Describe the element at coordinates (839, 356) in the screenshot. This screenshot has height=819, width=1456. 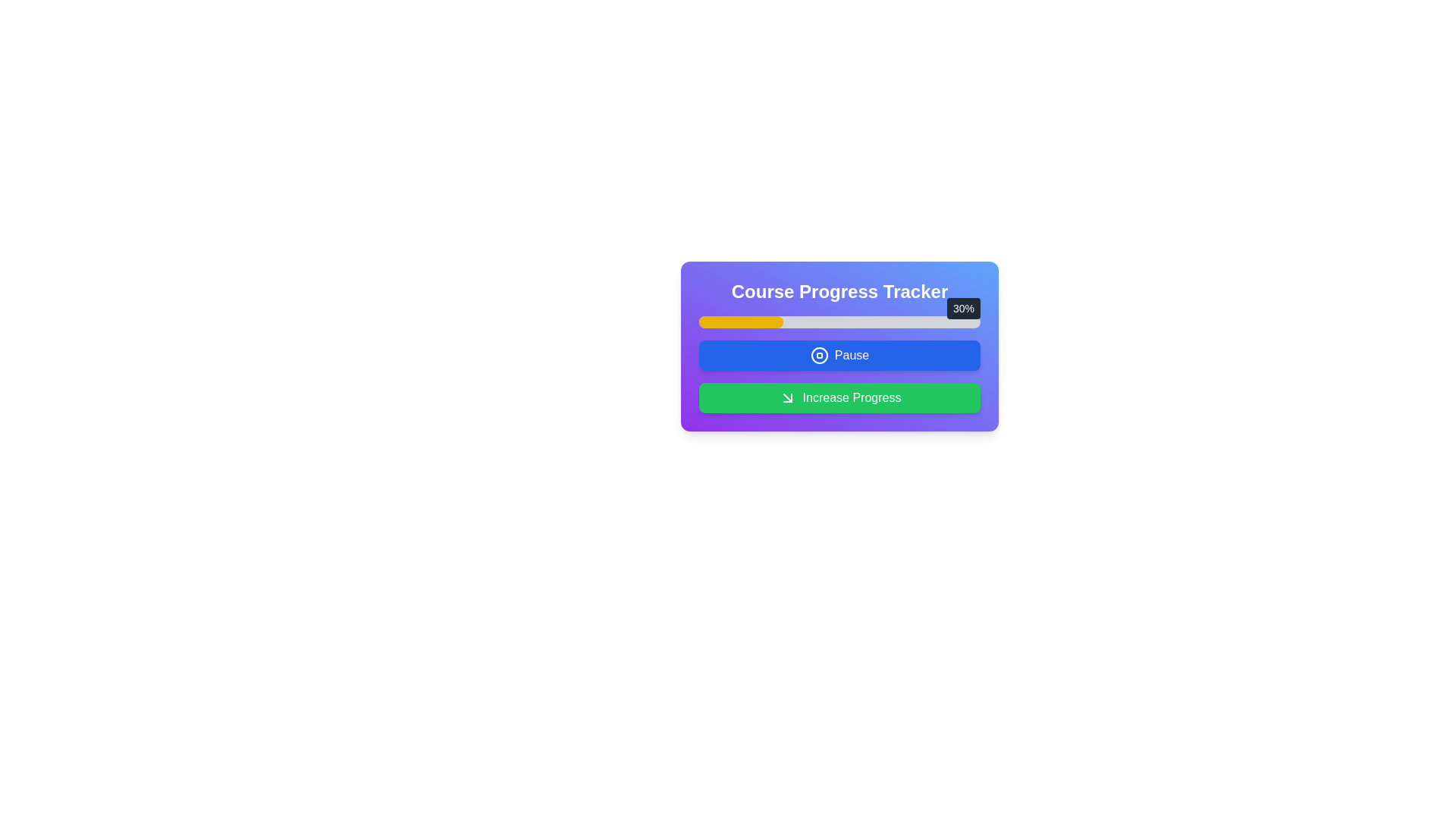
I see `the pause button located in the center of the card, directly below the progress bar and above the 'Increase Progress' button, to observe the hover effects` at that location.